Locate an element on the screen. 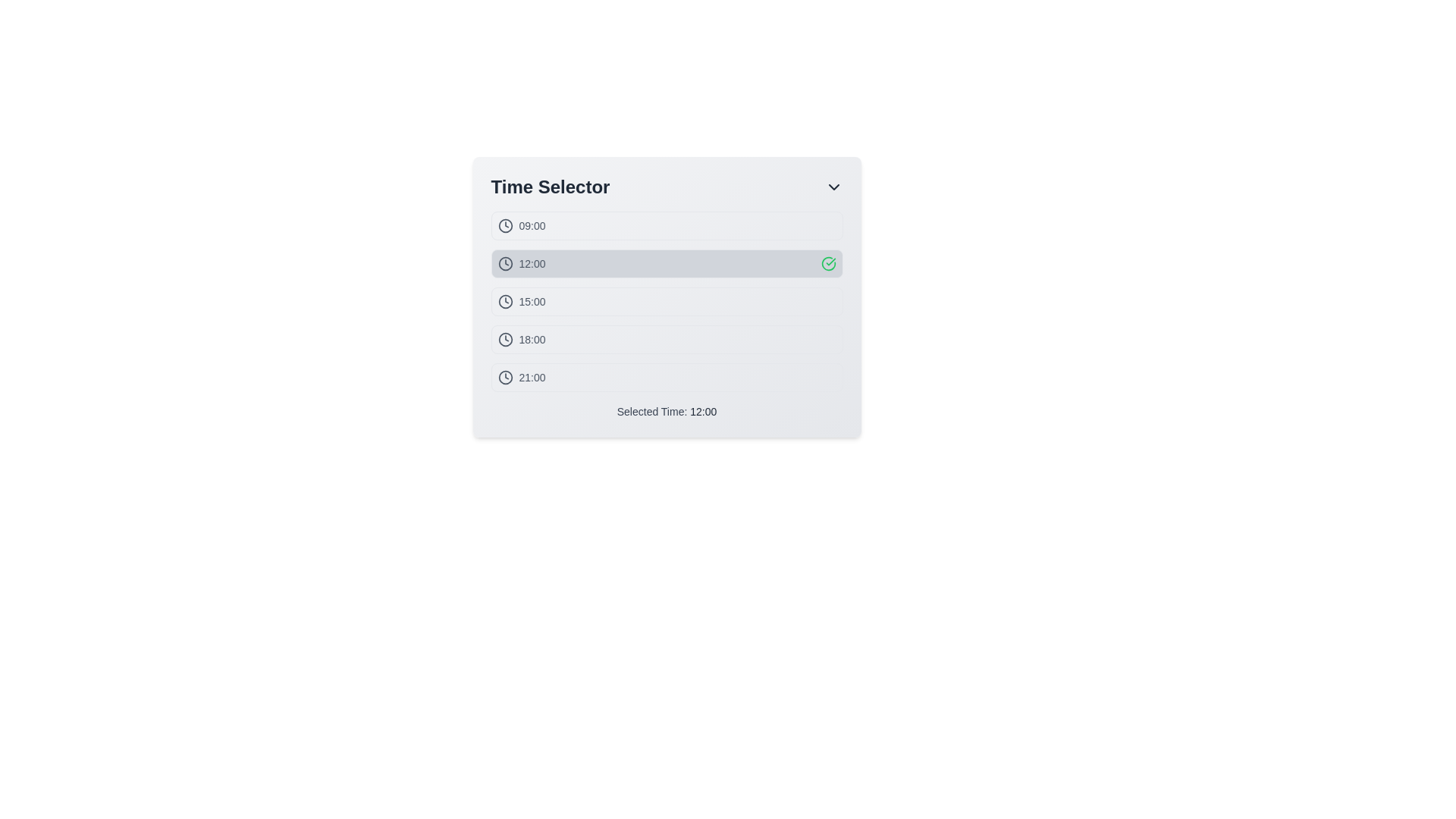 The width and height of the screenshot is (1456, 819). the small circular clock icon located to the left of the '18:00' text in the fourth row of the time selection interface is located at coordinates (505, 338).